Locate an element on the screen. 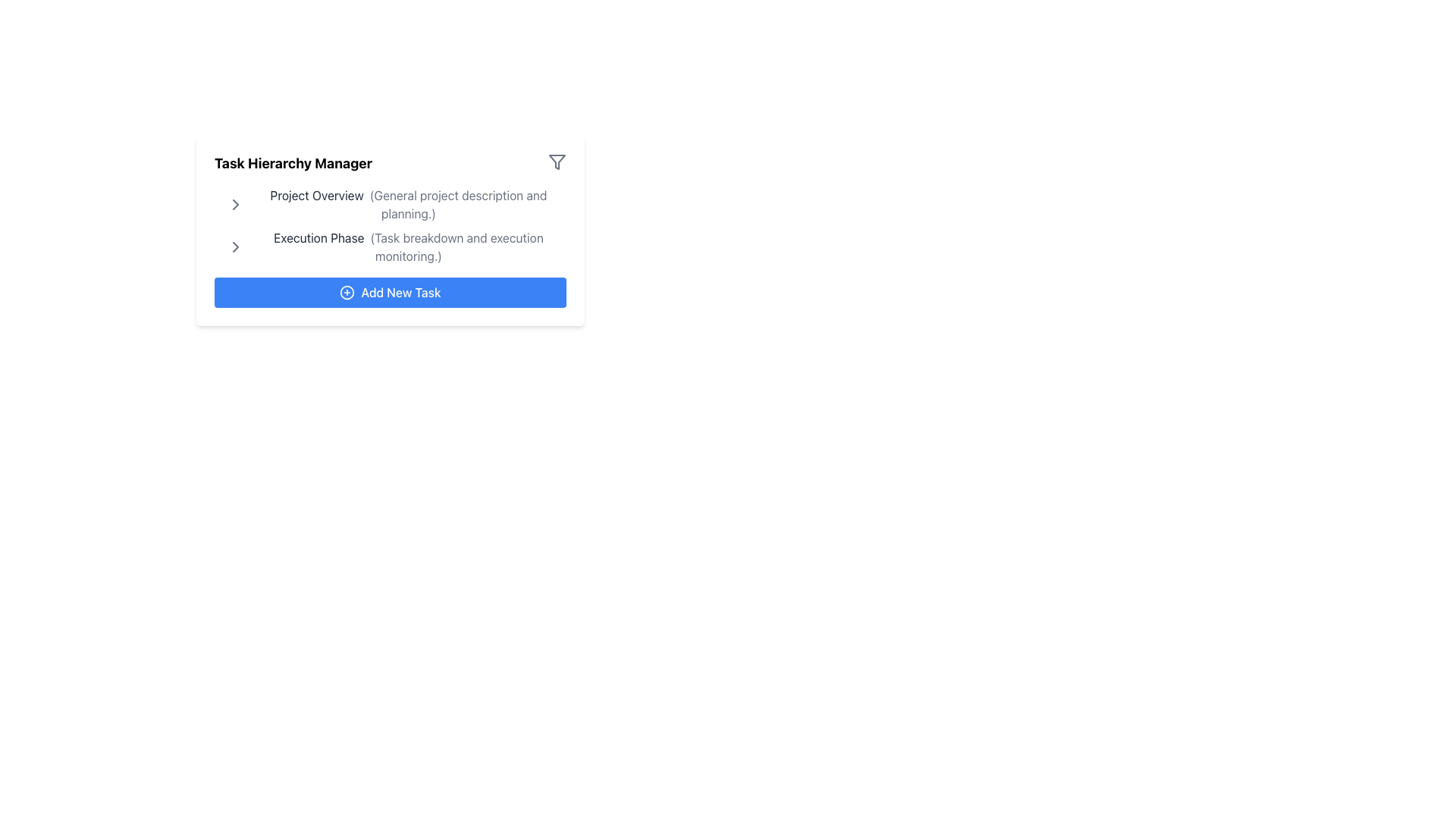  the right-facing chevron arrow icon located to the left of the 'Execution Phase' text in the task hierarchy interface is located at coordinates (235, 246).